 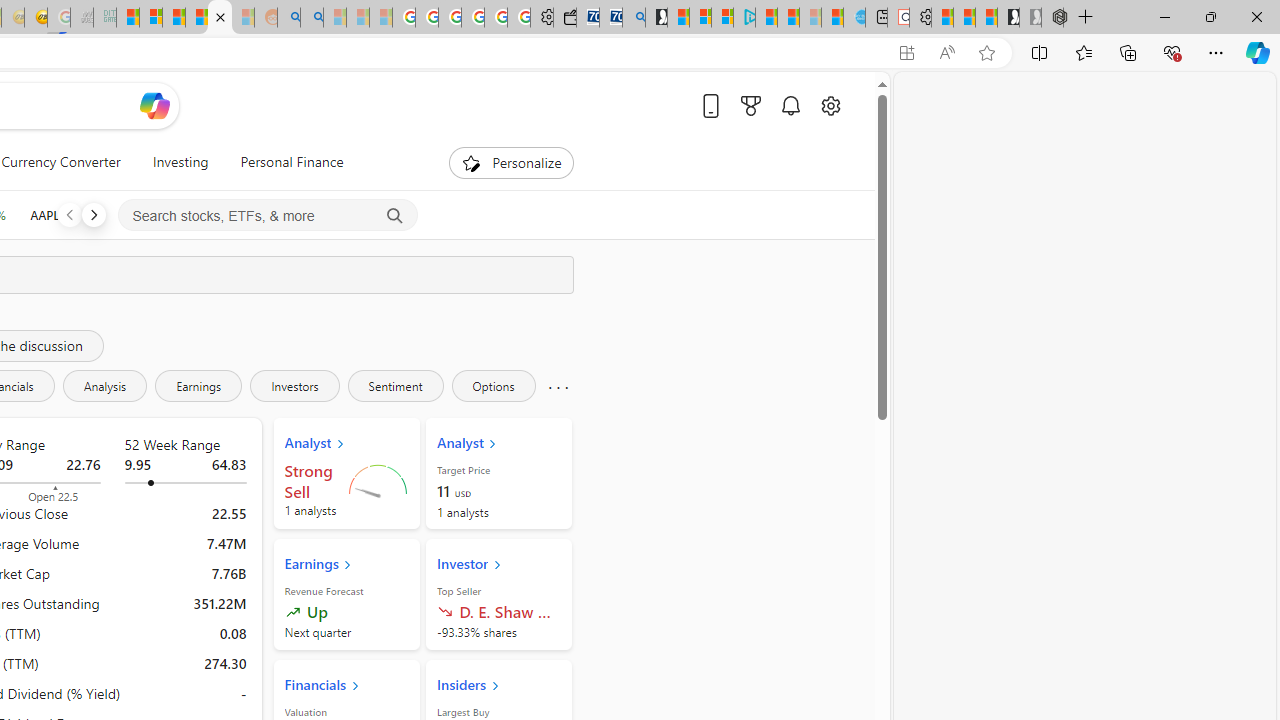 What do you see at coordinates (395, 385) in the screenshot?
I see `'Sentiment'` at bounding box center [395, 385].